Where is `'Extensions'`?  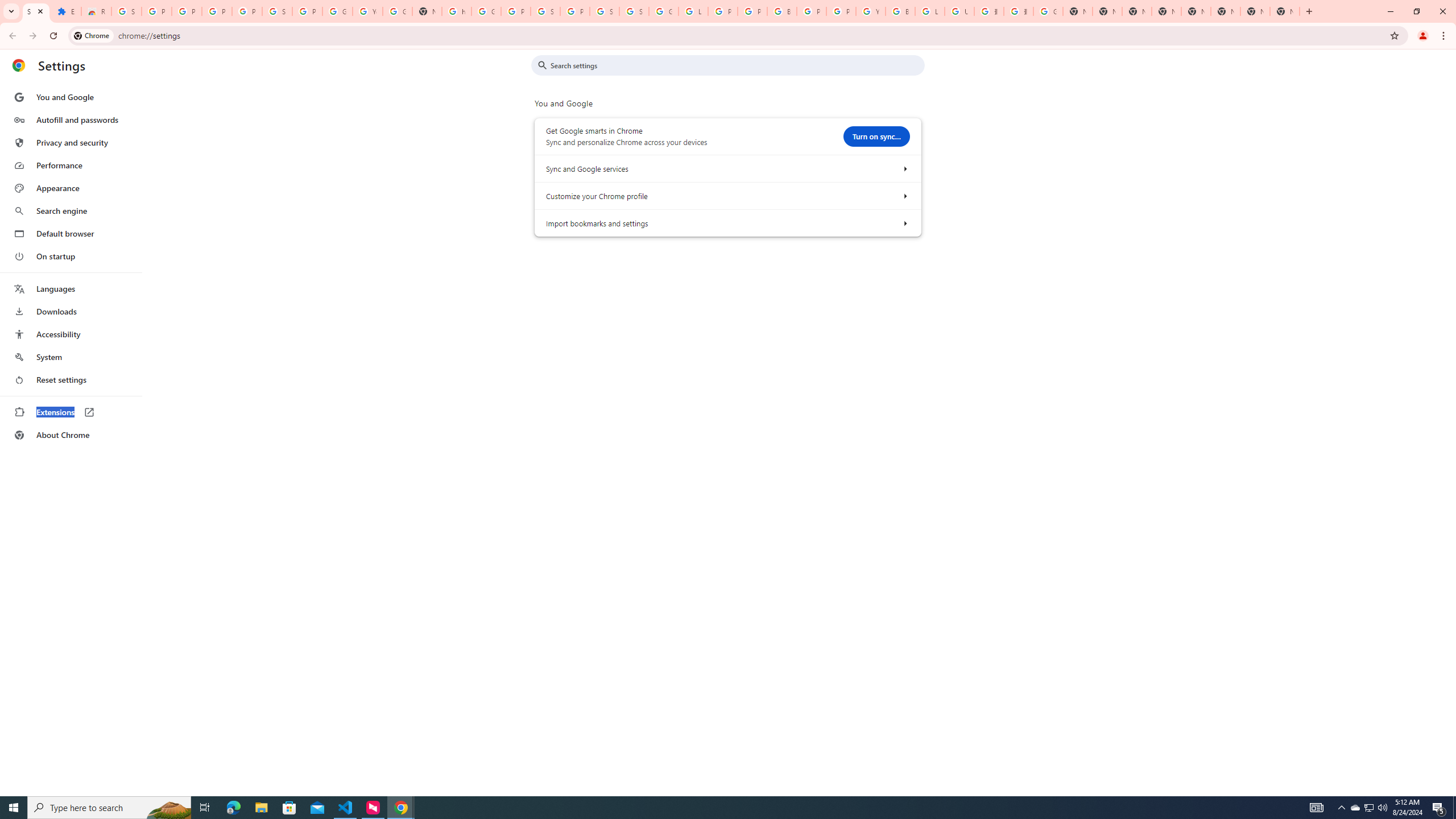 'Extensions' is located at coordinates (70, 412).